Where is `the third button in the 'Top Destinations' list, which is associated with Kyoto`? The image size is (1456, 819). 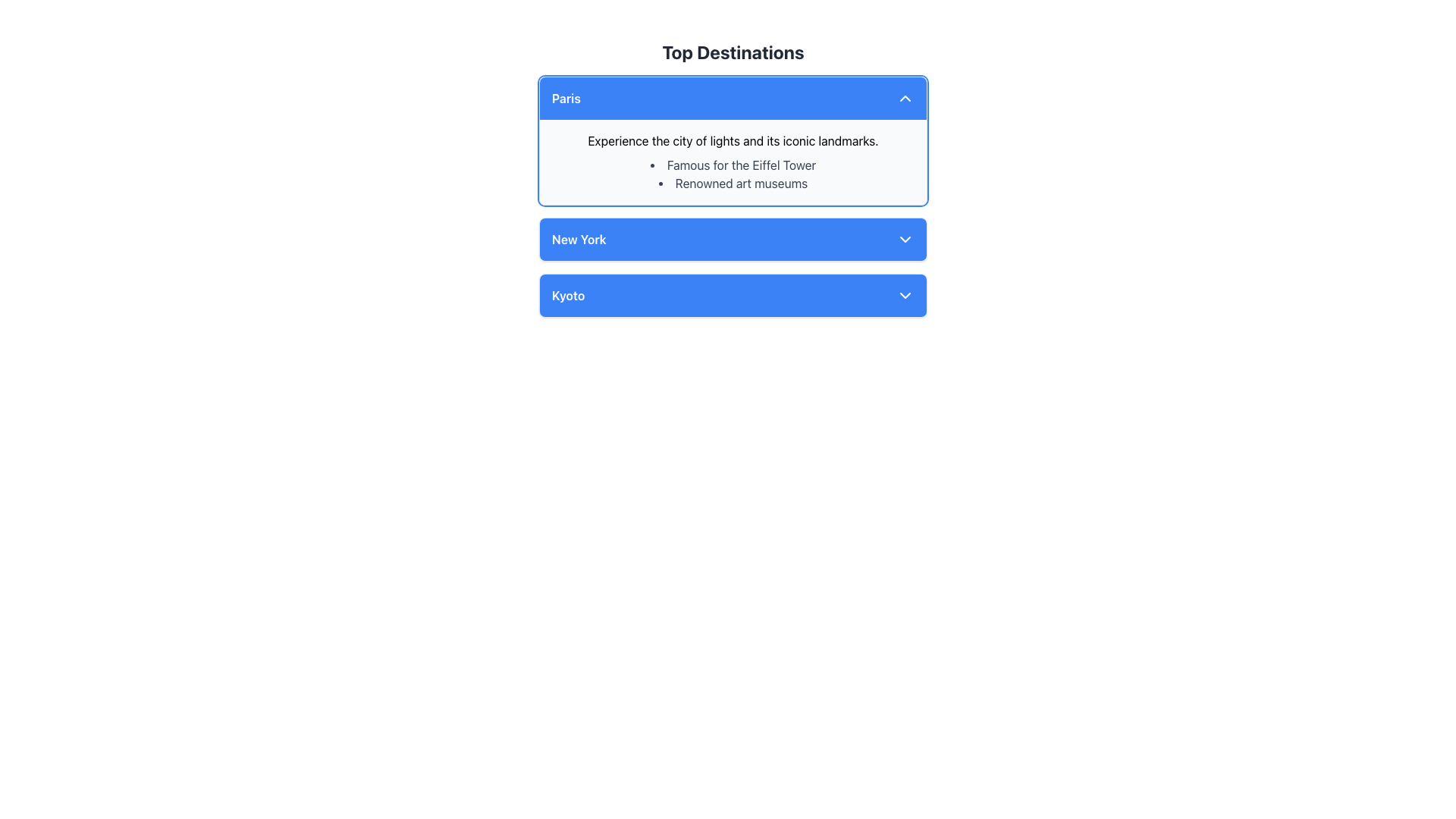
the third button in the 'Top Destinations' list, which is associated with Kyoto is located at coordinates (733, 295).